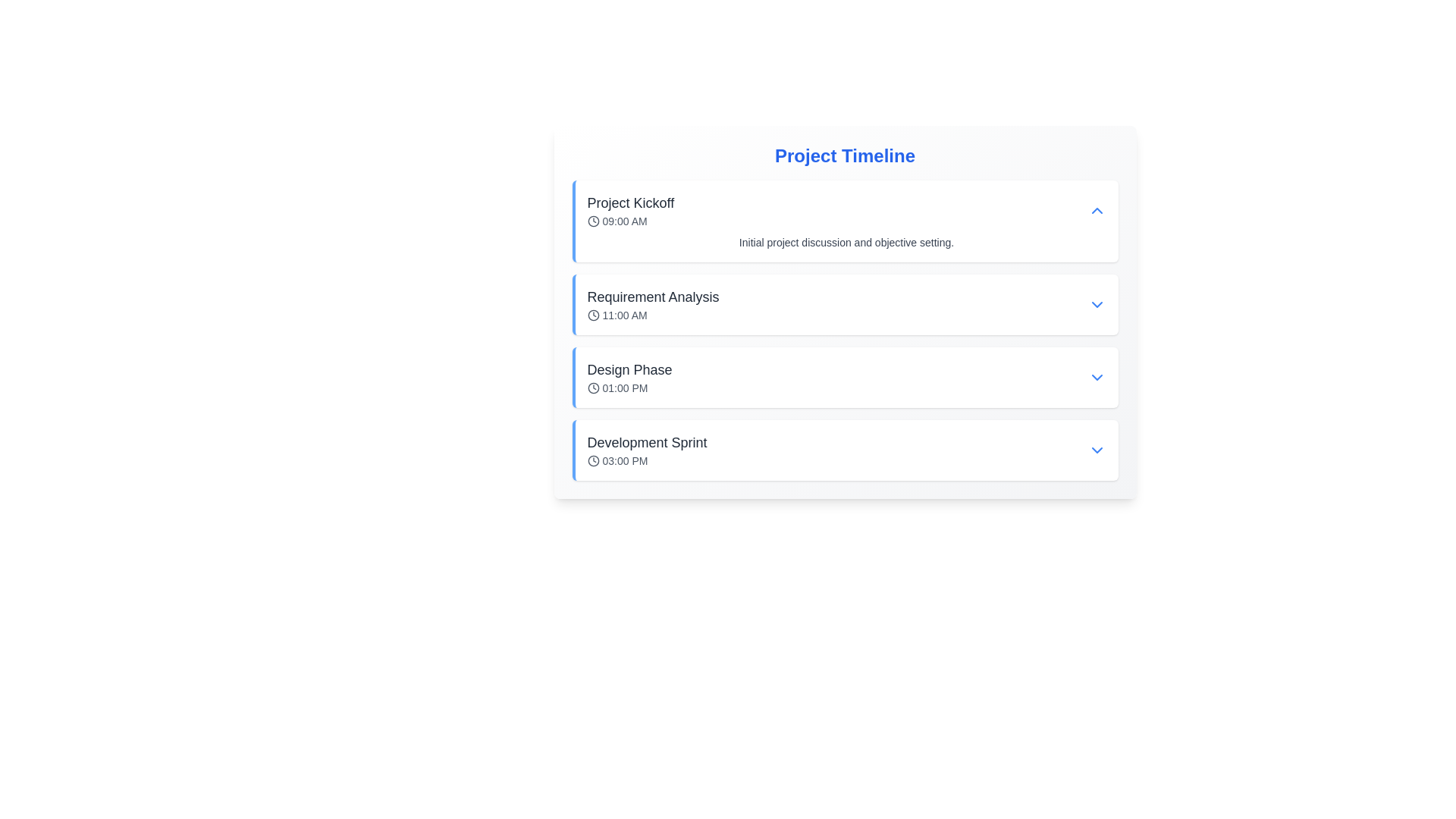 The width and height of the screenshot is (1456, 819). I want to click on the text label displaying '09:00 AM' with a clock icon, located in the 'Project Timeline' section under the 'Project Kickoff' card, so click(630, 221).